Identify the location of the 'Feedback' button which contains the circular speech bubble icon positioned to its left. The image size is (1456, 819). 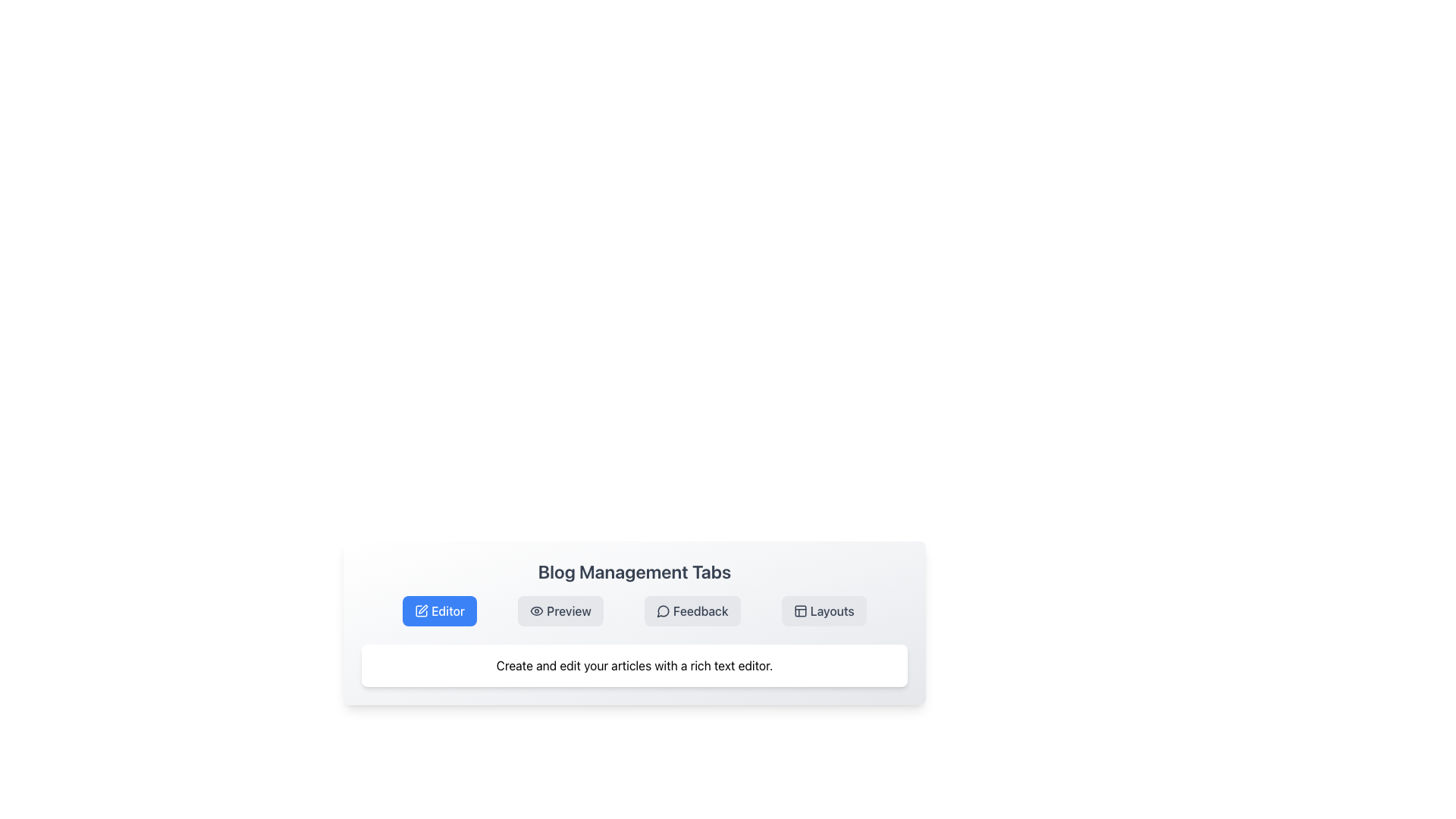
(663, 610).